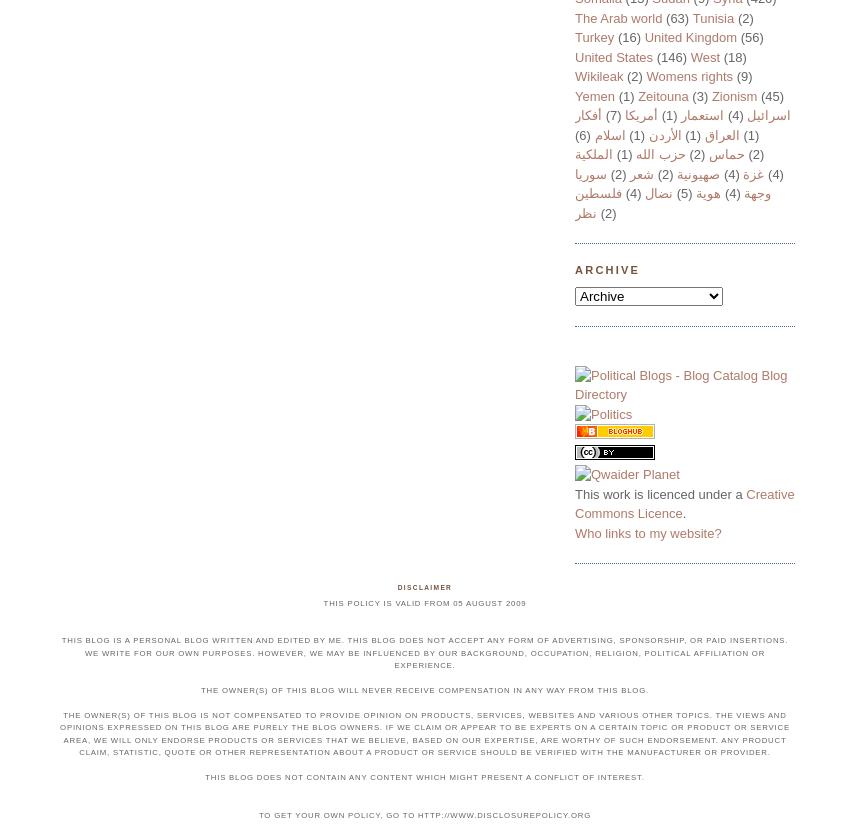 The height and width of the screenshot is (840, 850). What do you see at coordinates (711, 17) in the screenshot?
I see `'Tunisia'` at bounding box center [711, 17].